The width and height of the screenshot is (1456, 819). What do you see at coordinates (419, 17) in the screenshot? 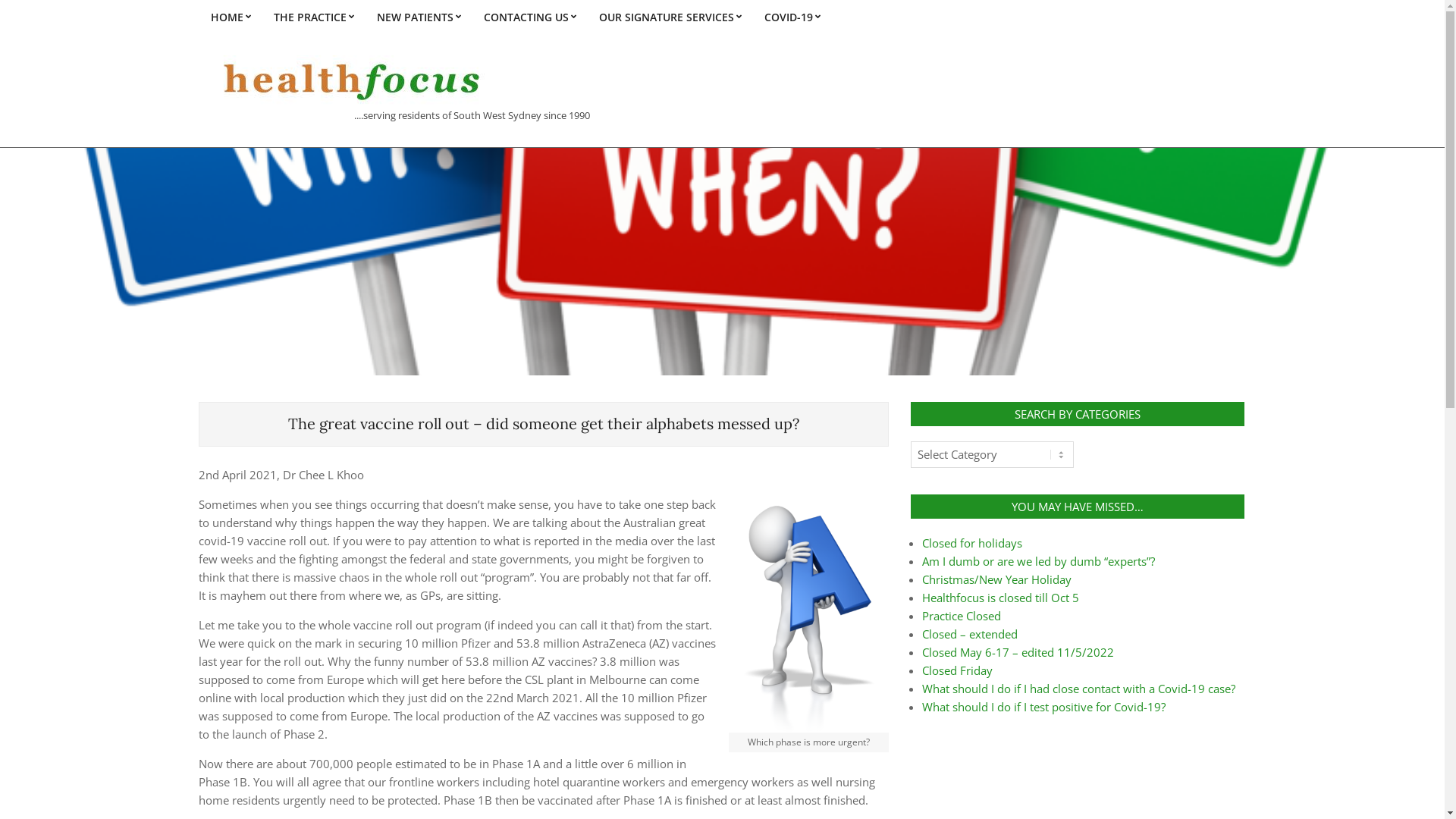
I see `'NEW PATIENTS'` at bounding box center [419, 17].